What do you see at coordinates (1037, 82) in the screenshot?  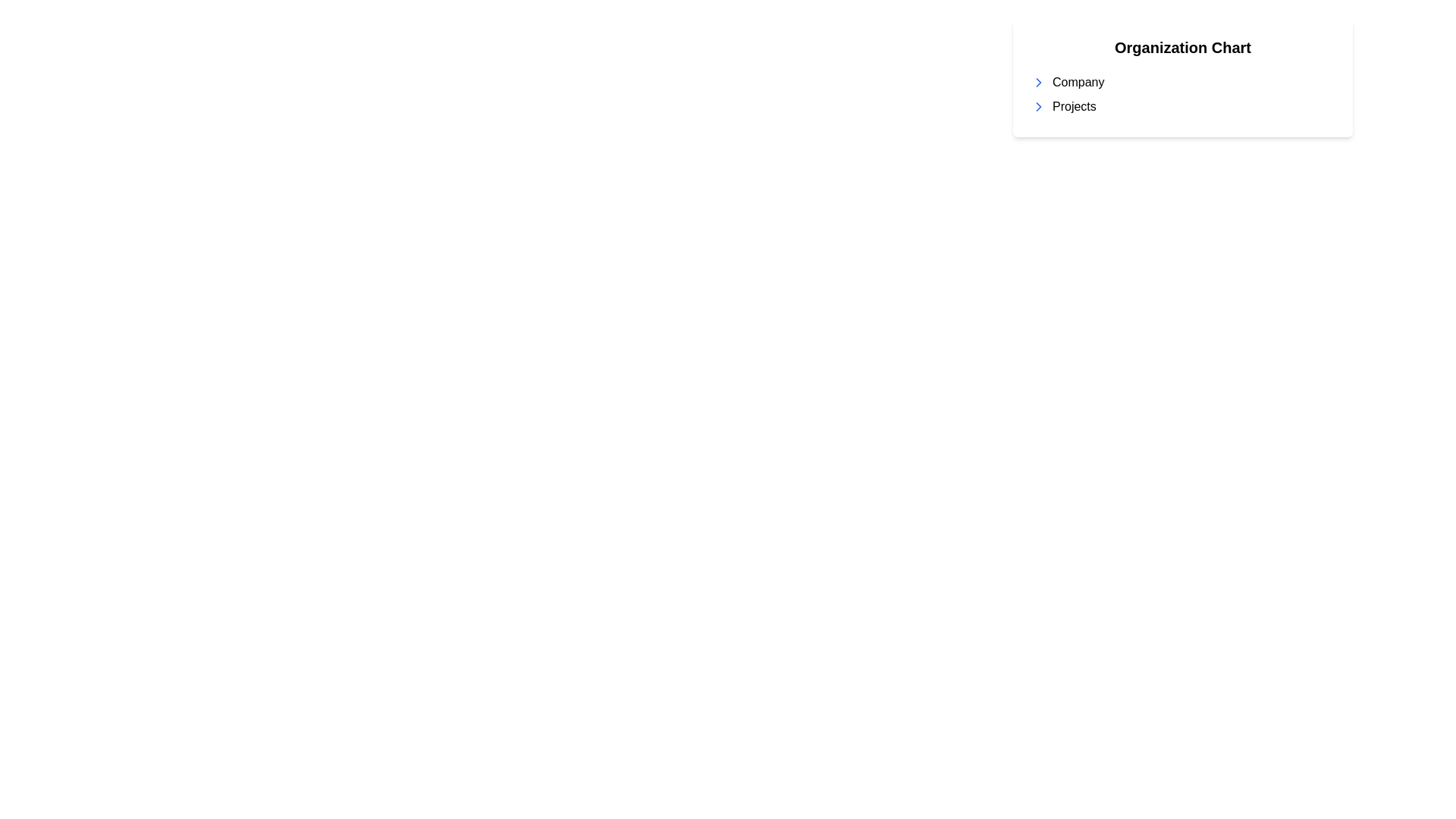 I see `the right-pointing chevron icon` at bounding box center [1037, 82].